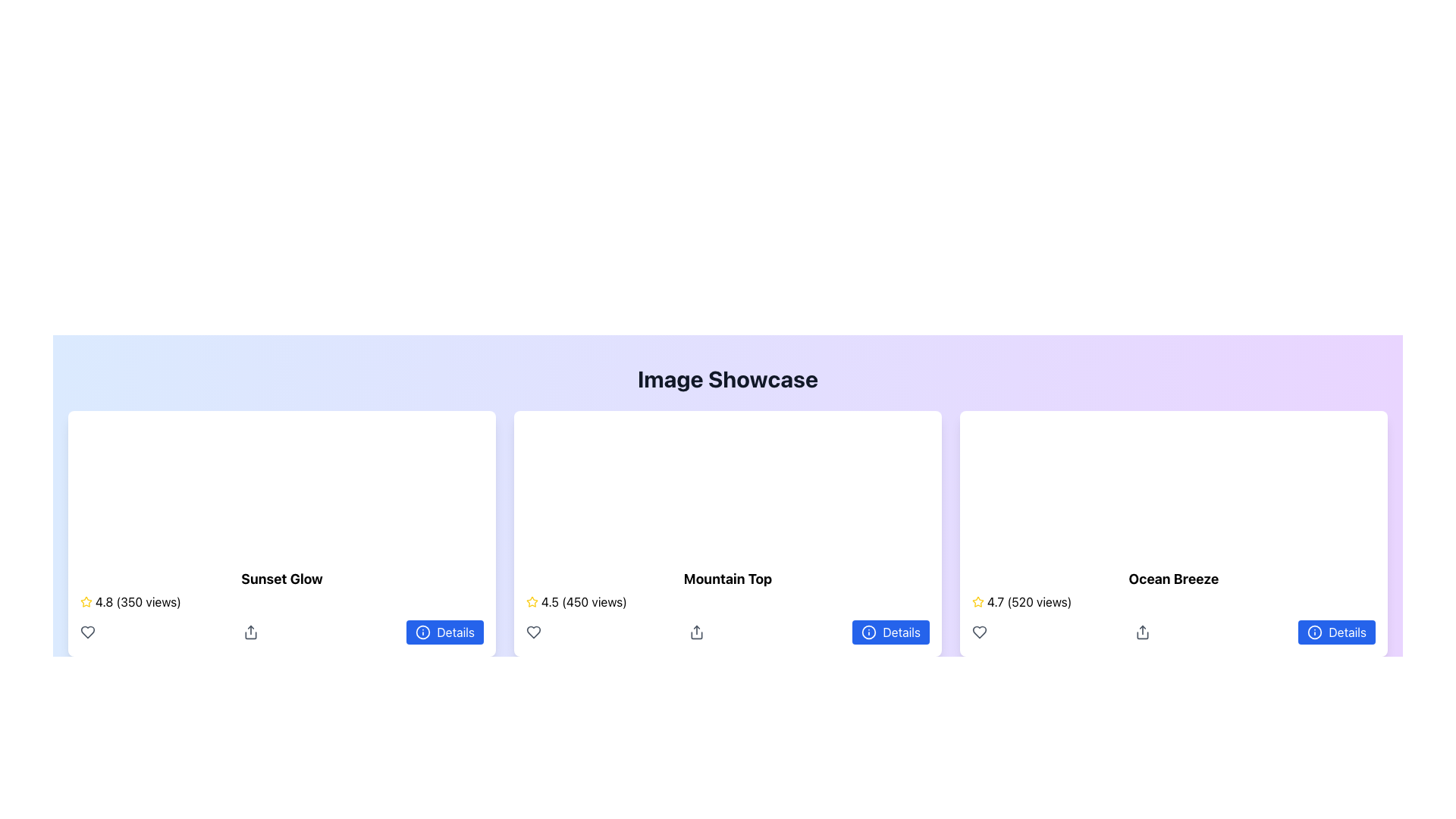 This screenshot has height=819, width=1456. What do you see at coordinates (86, 632) in the screenshot?
I see `the heart-shaped graphical icon located below the '4.8 (350 views)' rating text of the 'Sunset Glow' product` at bounding box center [86, 632].